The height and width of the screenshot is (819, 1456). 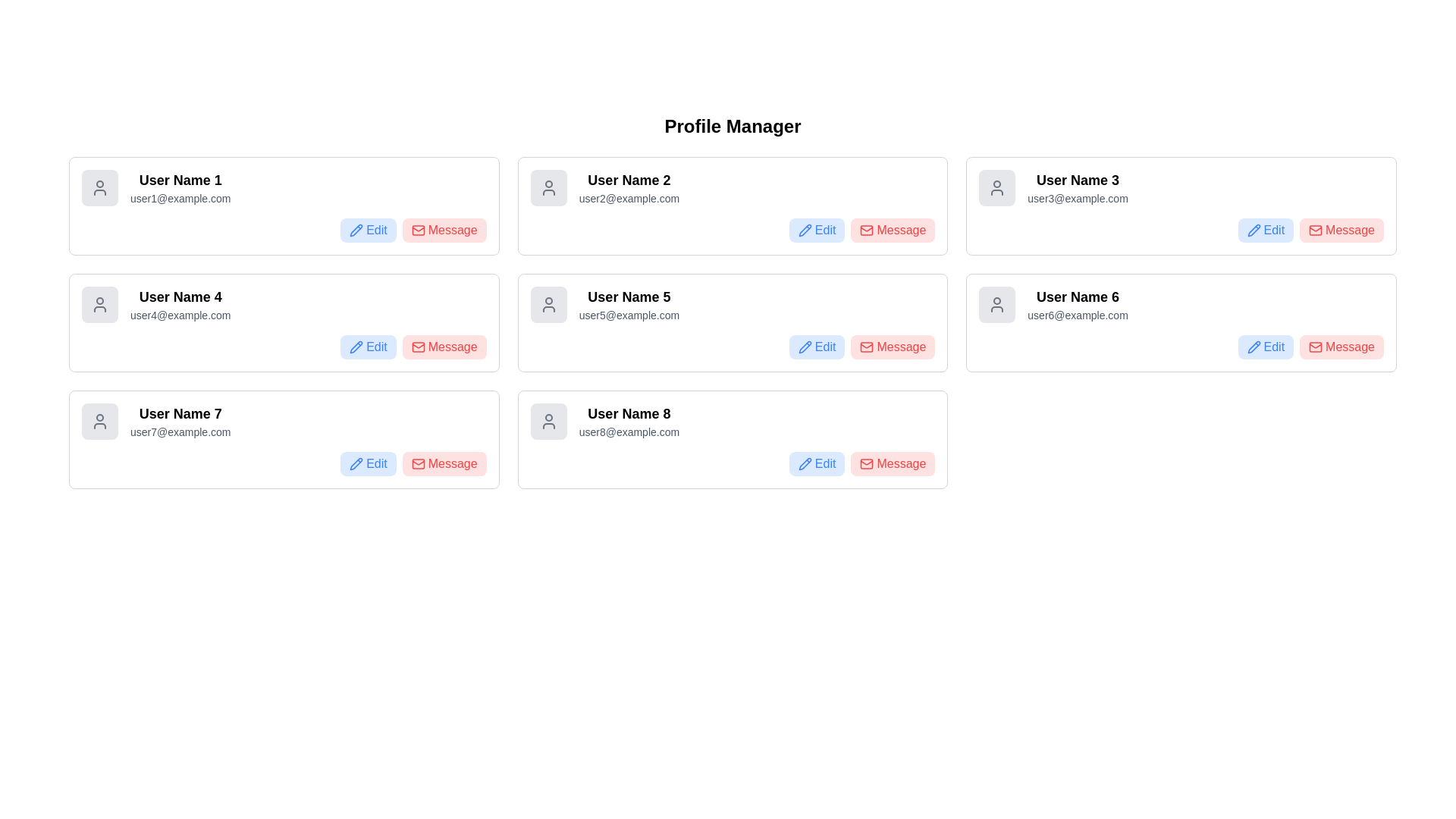 I want to click on the pencil SVG icon inside the 'Edit' button for 'User Name 5', so click(x=804, y=347).